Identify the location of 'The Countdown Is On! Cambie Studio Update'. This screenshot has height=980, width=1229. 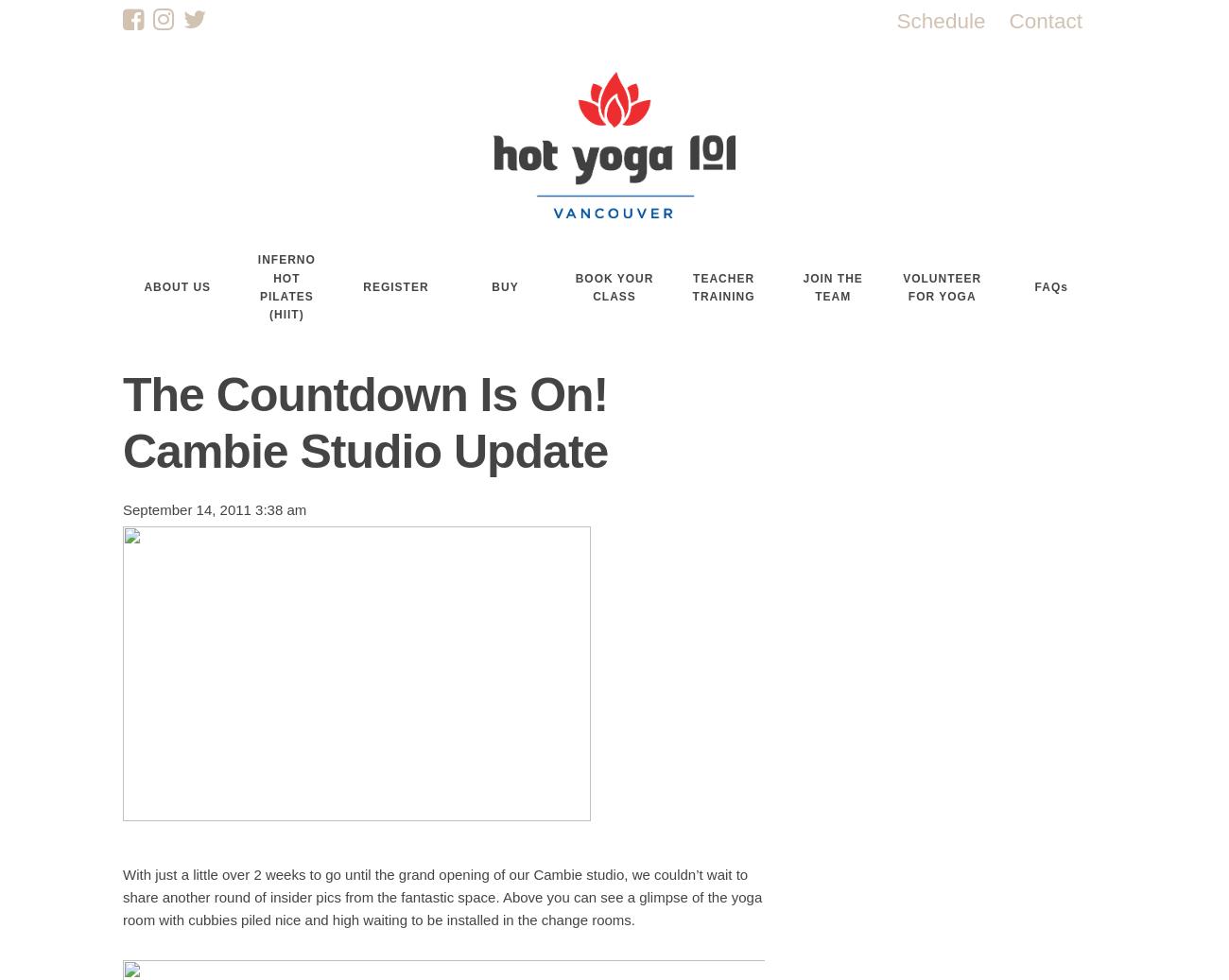
(365, 421).